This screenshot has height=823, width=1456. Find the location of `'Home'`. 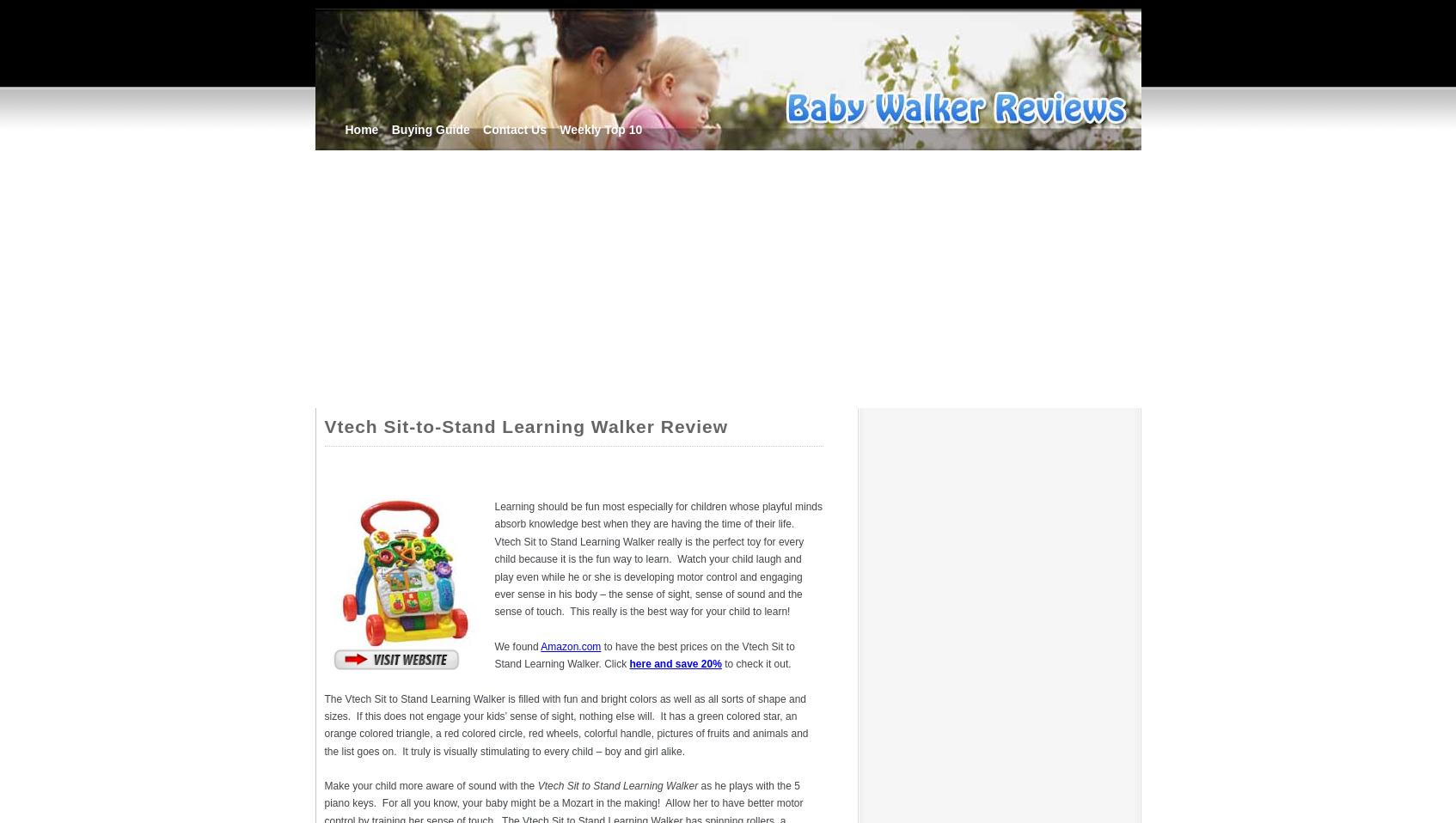

'Home' is located at coordinates (360, 129).